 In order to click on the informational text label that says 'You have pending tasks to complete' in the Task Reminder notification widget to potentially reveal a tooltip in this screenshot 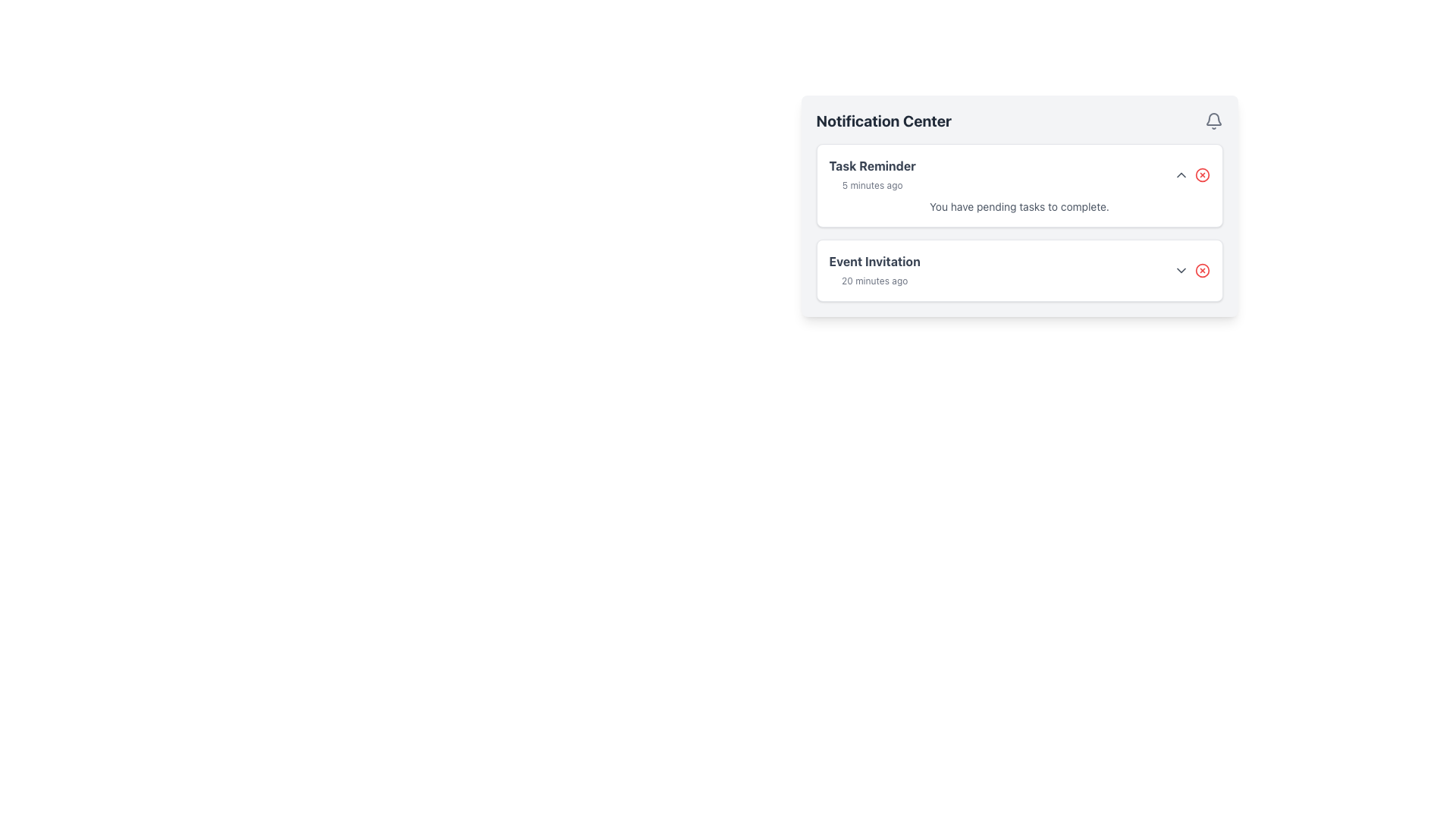, I will do `click(1019, 207)`.